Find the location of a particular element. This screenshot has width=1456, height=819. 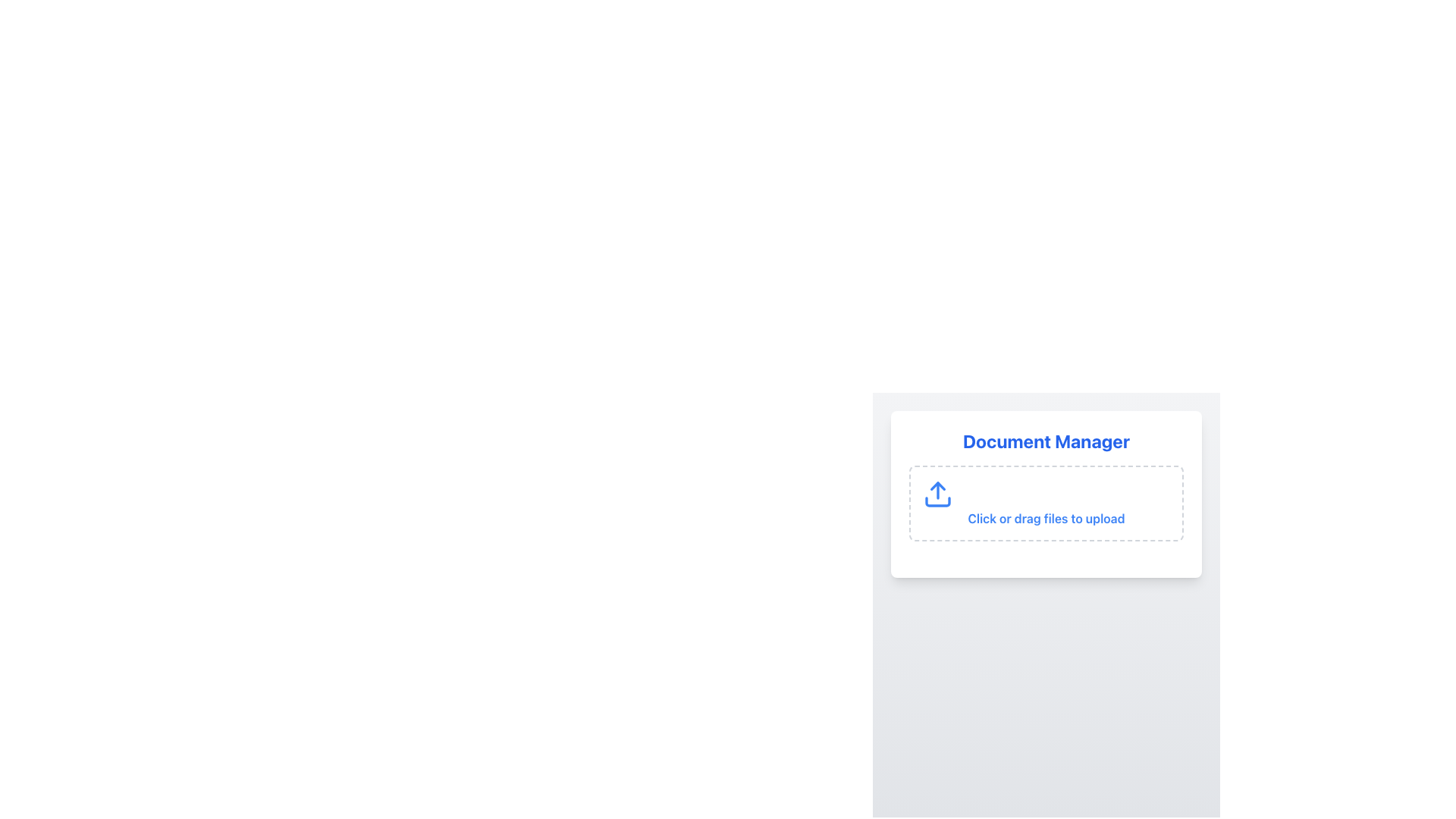

the bottom curve of the upload button graphic within the 'Document Manager' card icon is located at coordinates (937, 502).